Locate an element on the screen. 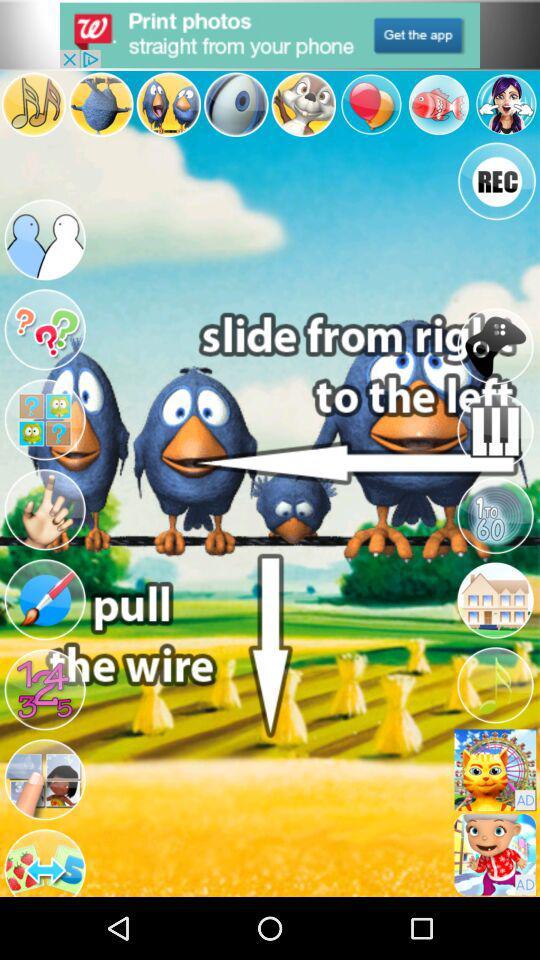 This screenshot has width=540, height=960. the joystick icon is located at coordinates (494, 346).